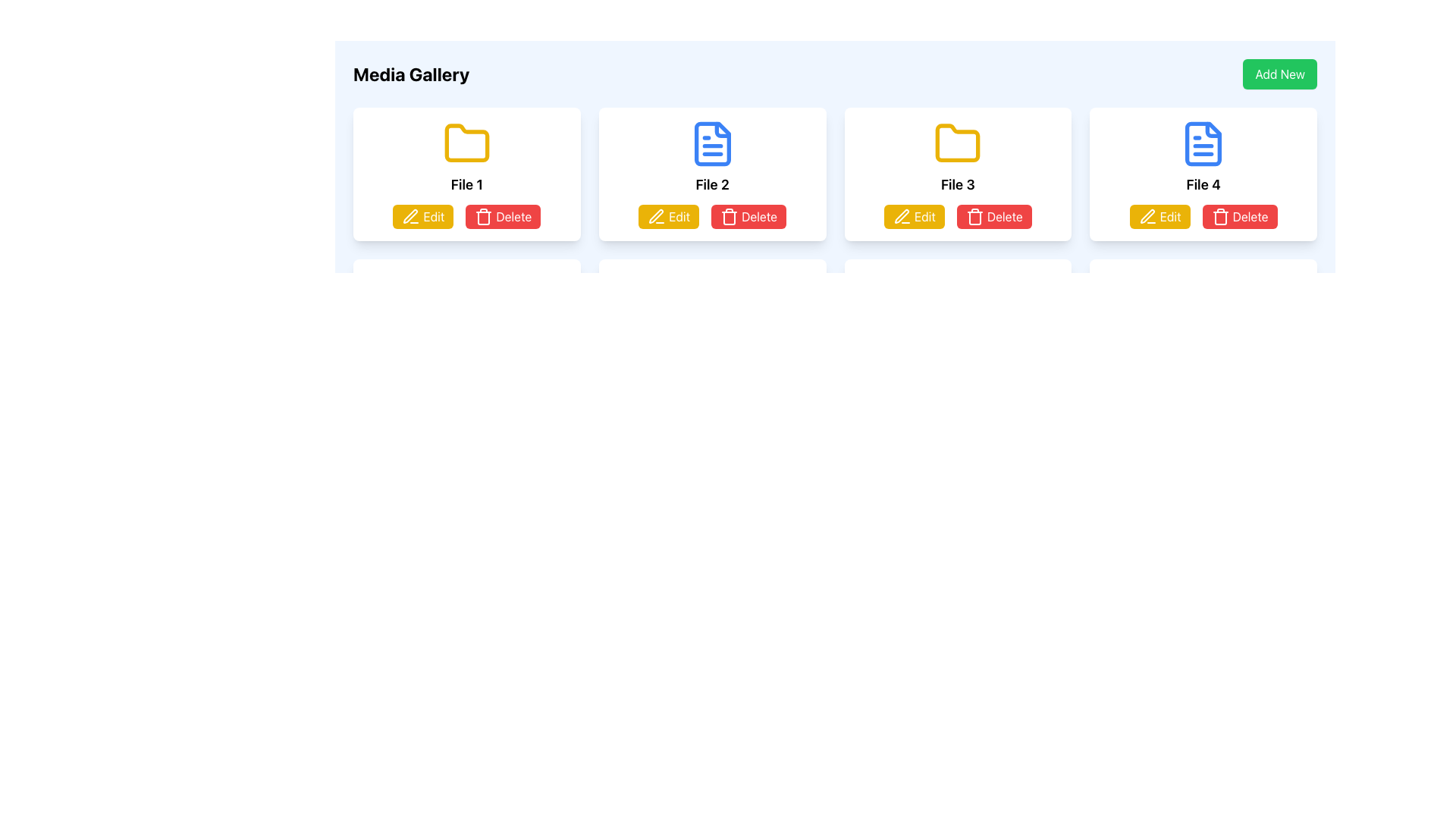 This screenshot has width=1456, height=819. Describe the element at coordinates (1203, 143) in the screenshot. I see `the file icon representing File 4 located in the fourth card of the media gallery section` at that location.